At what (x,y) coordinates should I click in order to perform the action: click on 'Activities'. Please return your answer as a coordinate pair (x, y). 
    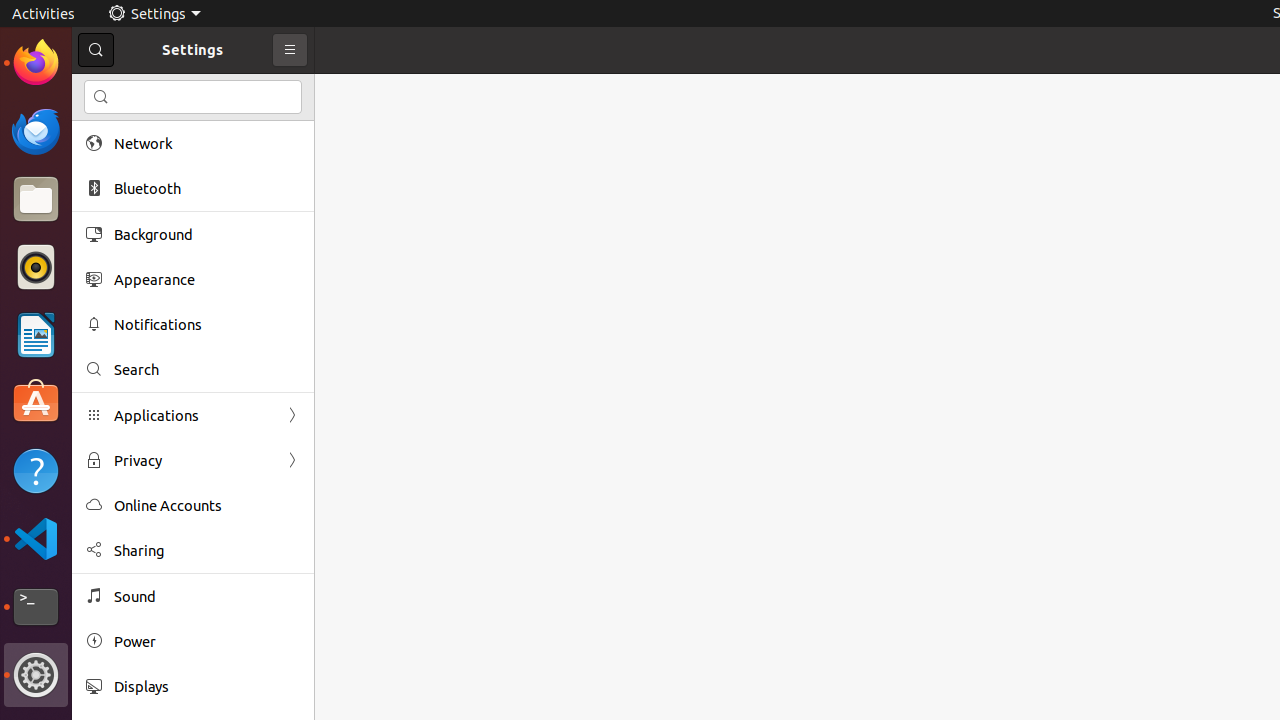
    Looking at the image, I should click on (43, 13).